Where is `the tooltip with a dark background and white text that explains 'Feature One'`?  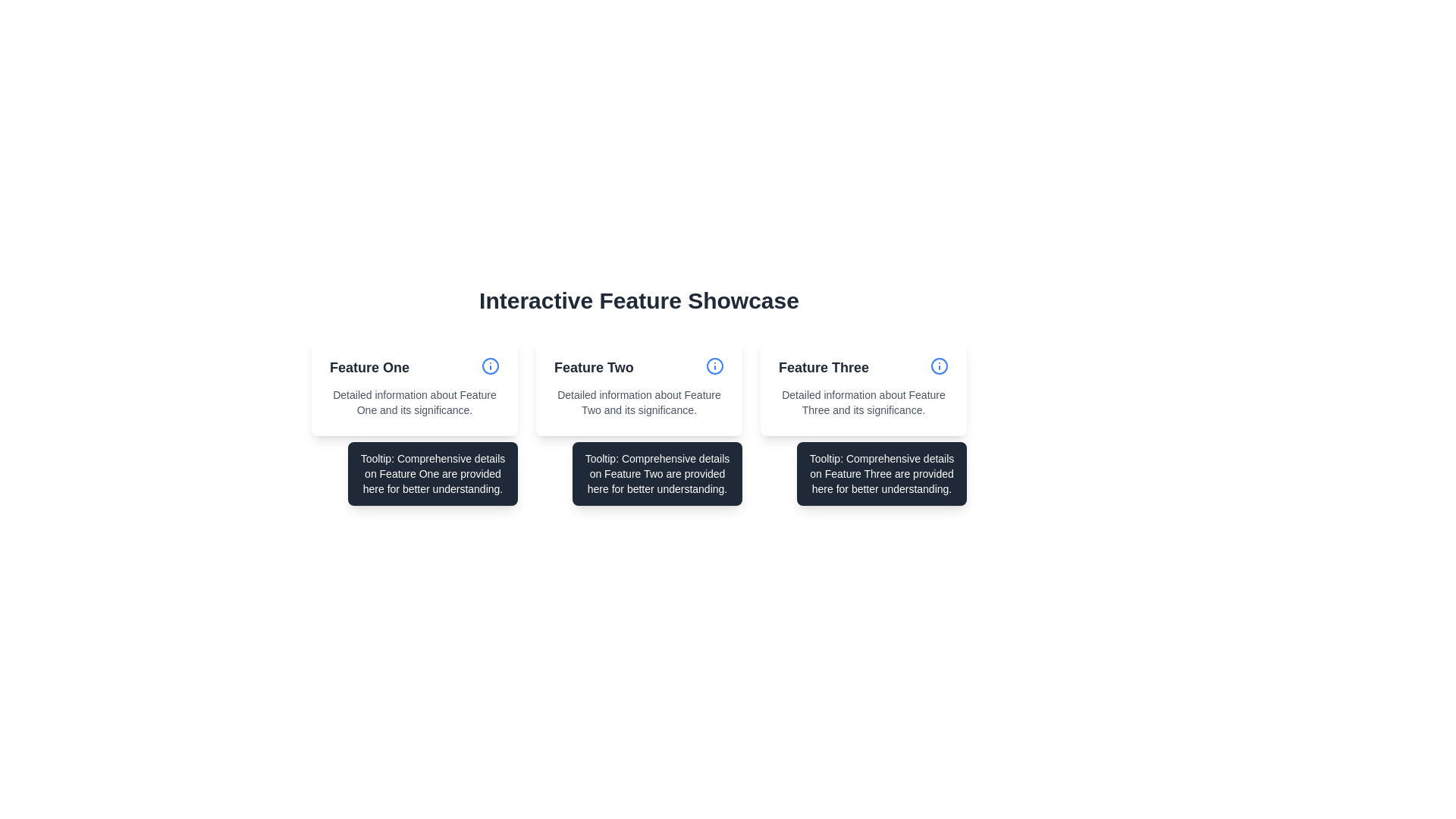 the tooltip with a dark background and white text that explains 'Feature One' is located at coordinates (432, 472).